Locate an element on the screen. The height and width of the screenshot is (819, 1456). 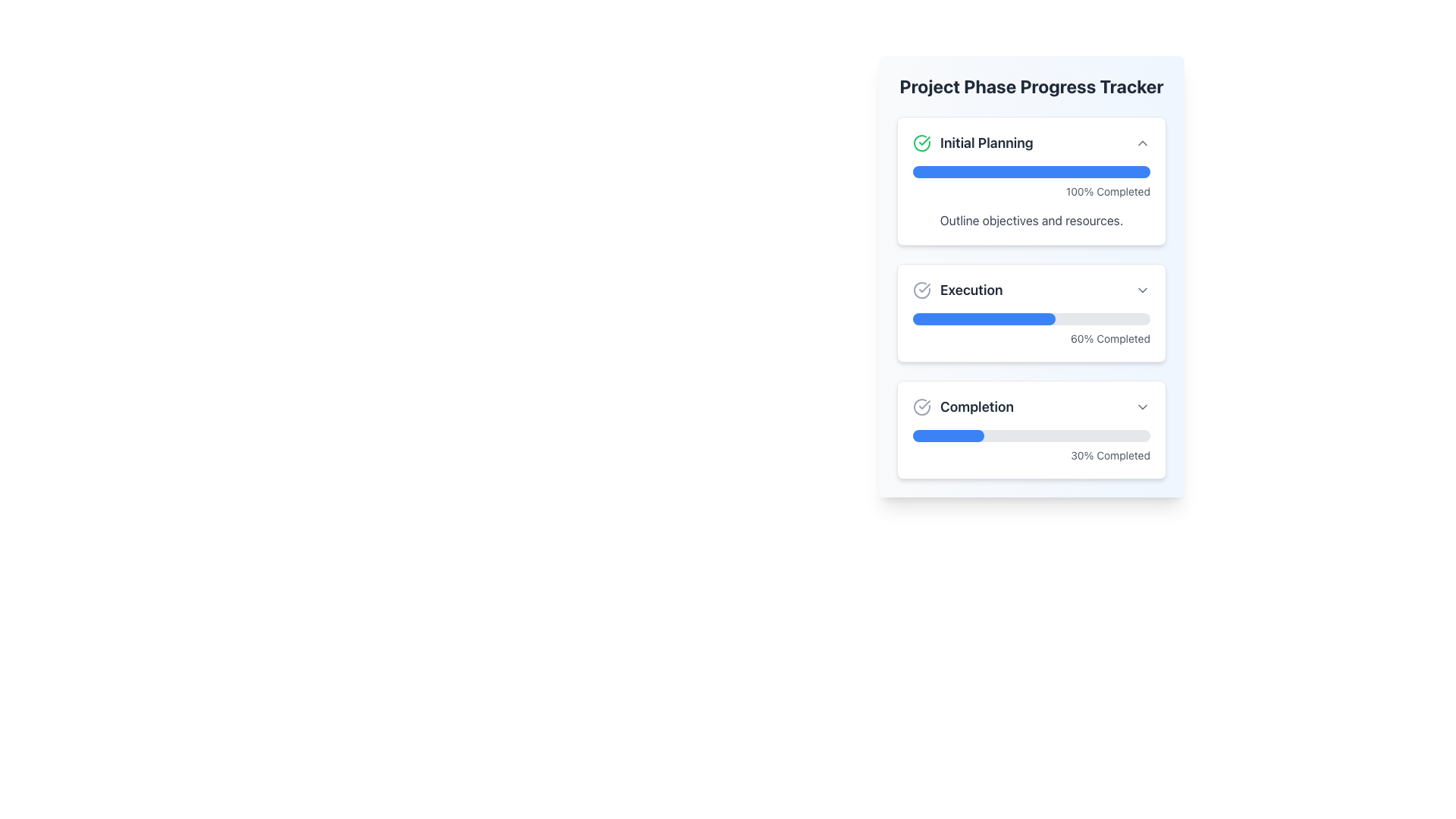
the Progress bar segment indicating 30% completion in the 'Completion' section of the 'Project Phase Progress Tracker' is located at coordinates (947, 435).